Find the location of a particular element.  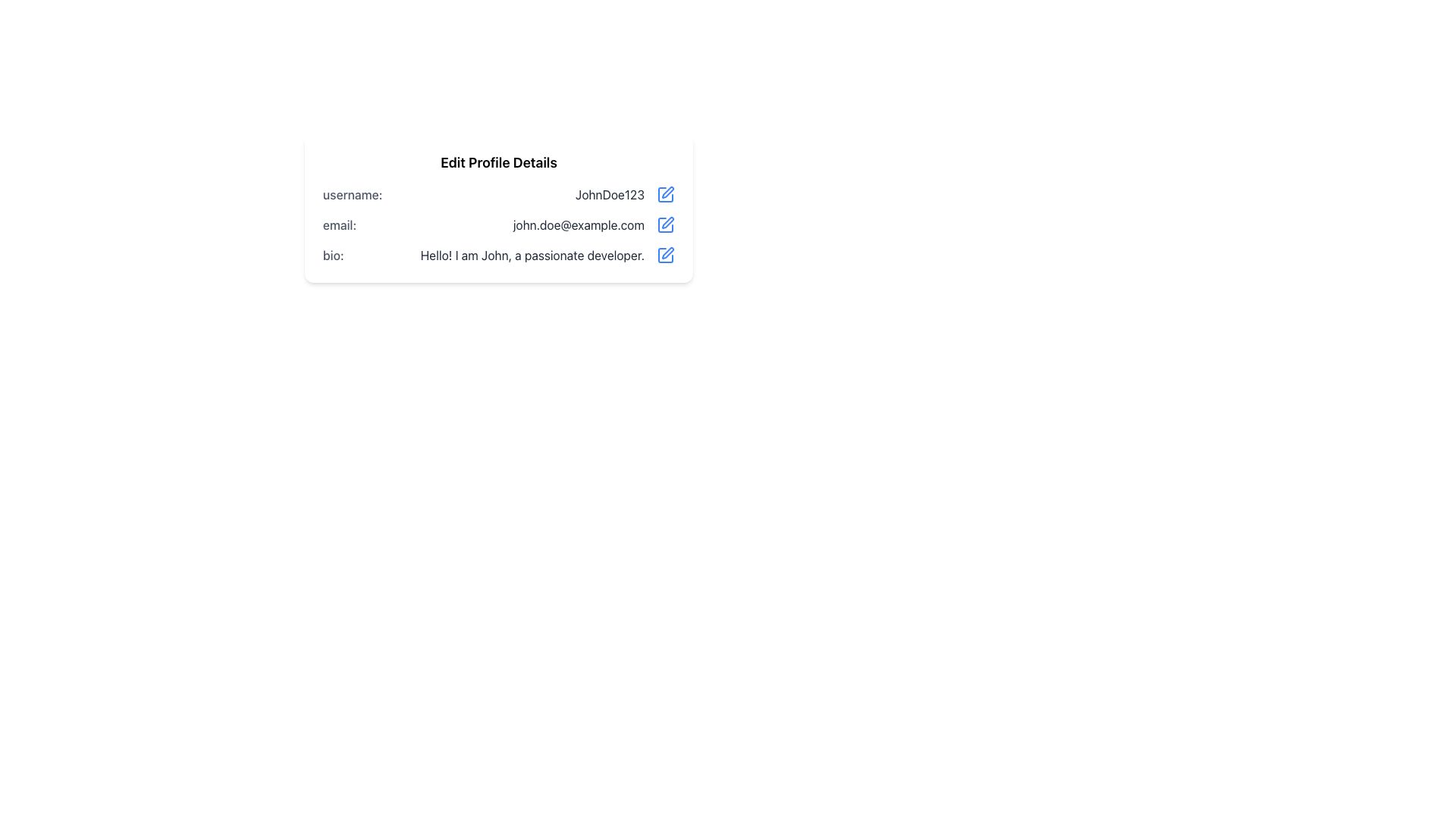

the text display element is located at coordinates (546, 254).